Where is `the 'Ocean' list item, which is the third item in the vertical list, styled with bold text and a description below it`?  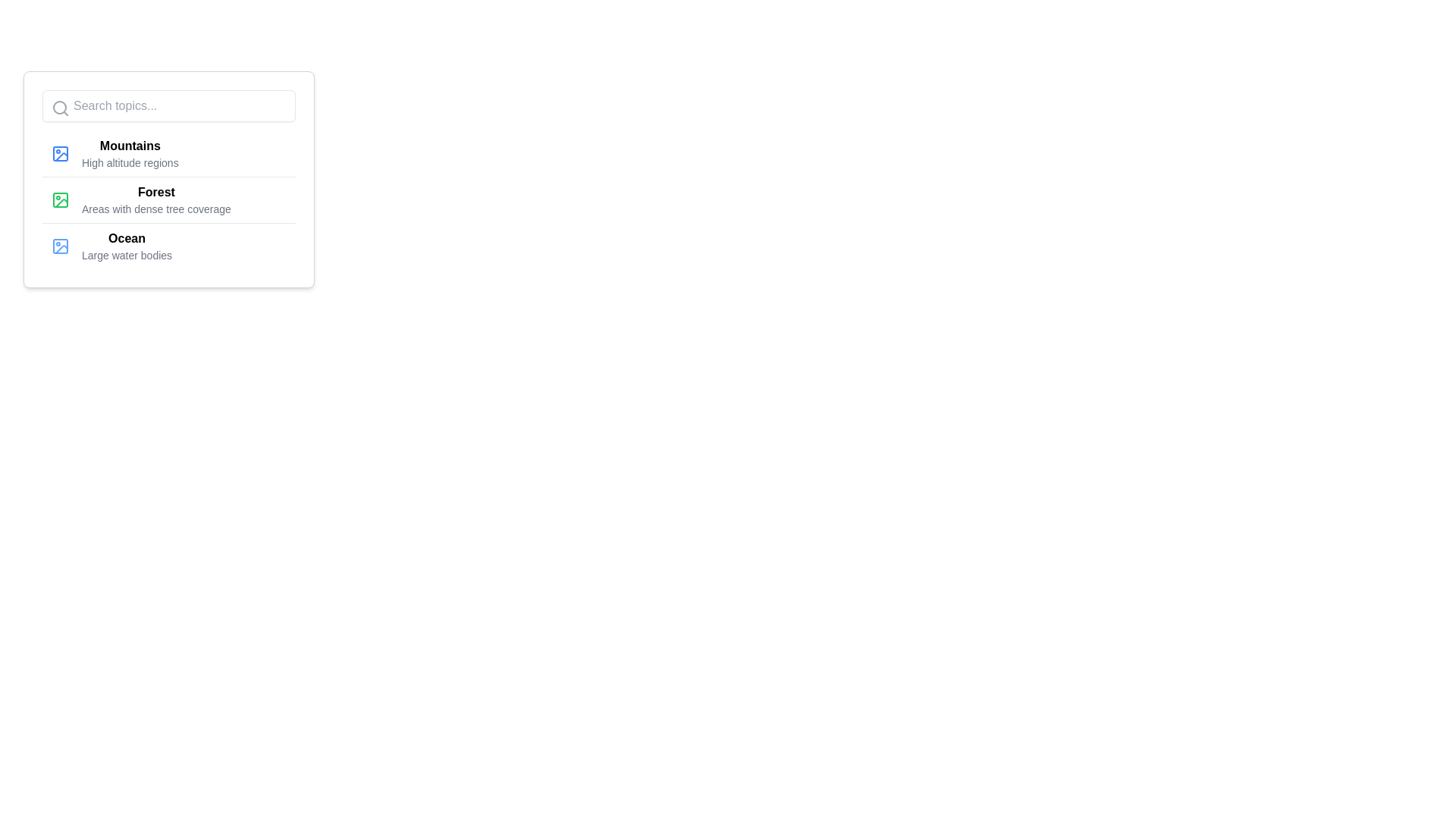 the 'Ocean' list item, which is the third item in the vertical list, styled with bold text and a description below it is located at coordinates (127, 245).